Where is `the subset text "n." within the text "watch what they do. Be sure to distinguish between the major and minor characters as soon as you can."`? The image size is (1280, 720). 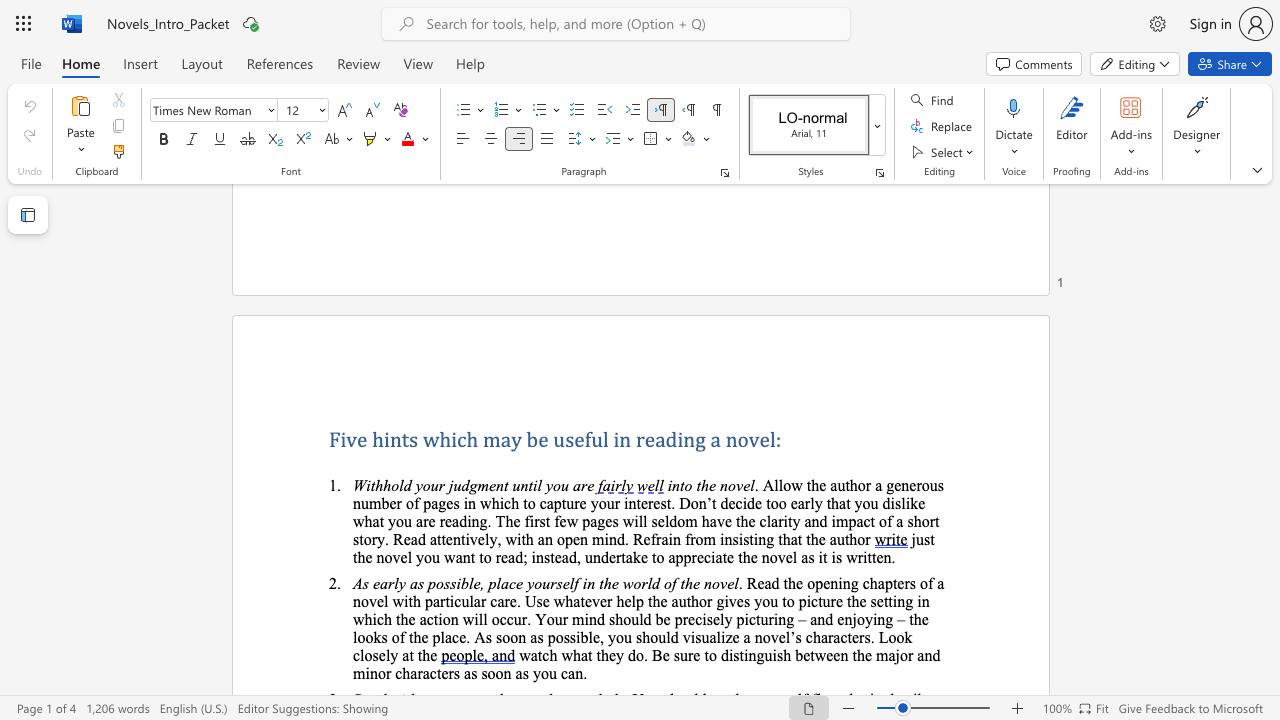 the subset text "n." within the text "watch what they do. Be sure to distinguish between the major and minor characters as soon as you can." is located at coordinates (574, 673).